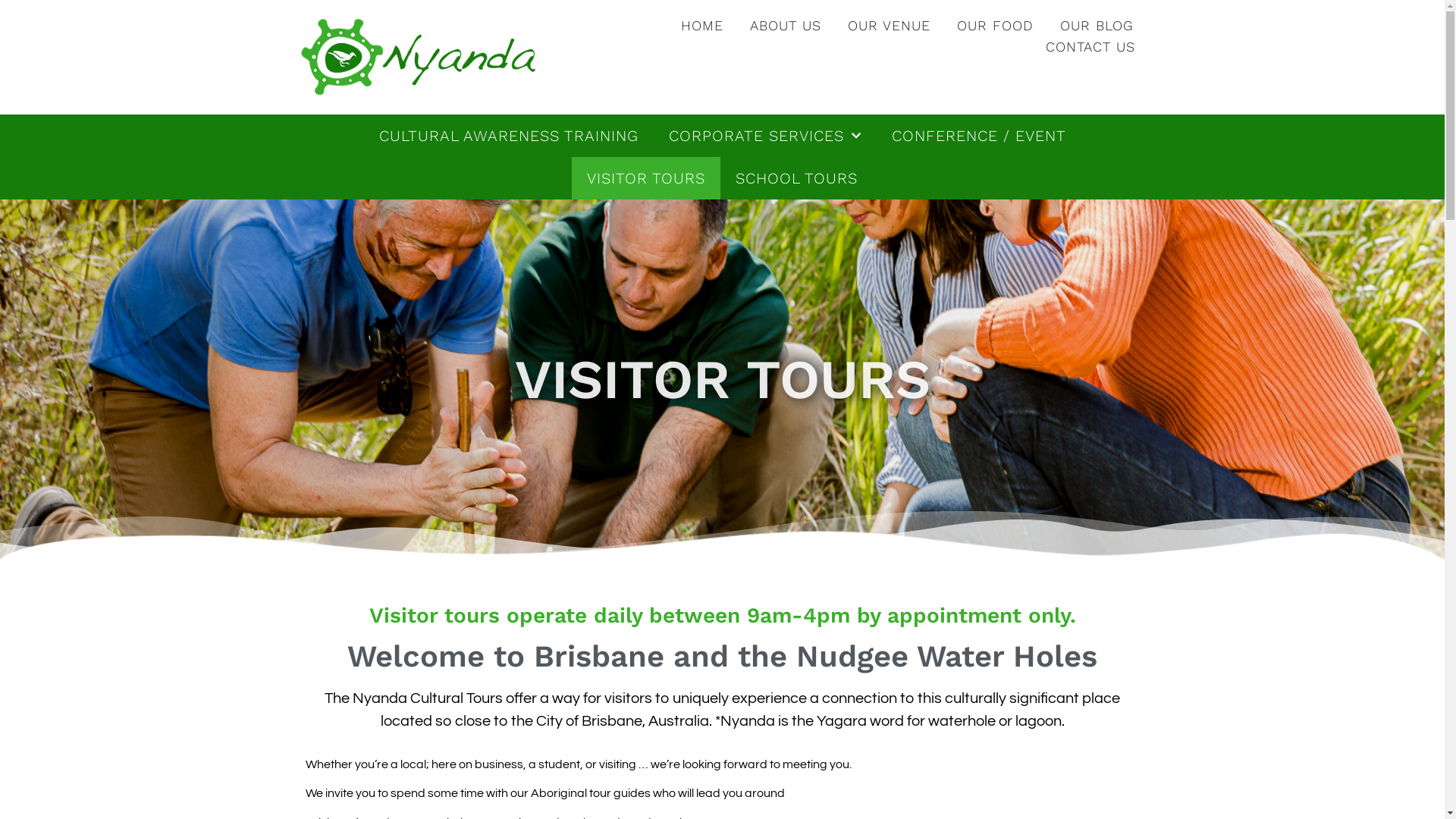 Image resolution: width=1456 pixels, height=819 pixels. What do you see at coordinates (995, 26) in the screenshot?
I see `'OUR FOOD'` at bounding box center [995, 26].